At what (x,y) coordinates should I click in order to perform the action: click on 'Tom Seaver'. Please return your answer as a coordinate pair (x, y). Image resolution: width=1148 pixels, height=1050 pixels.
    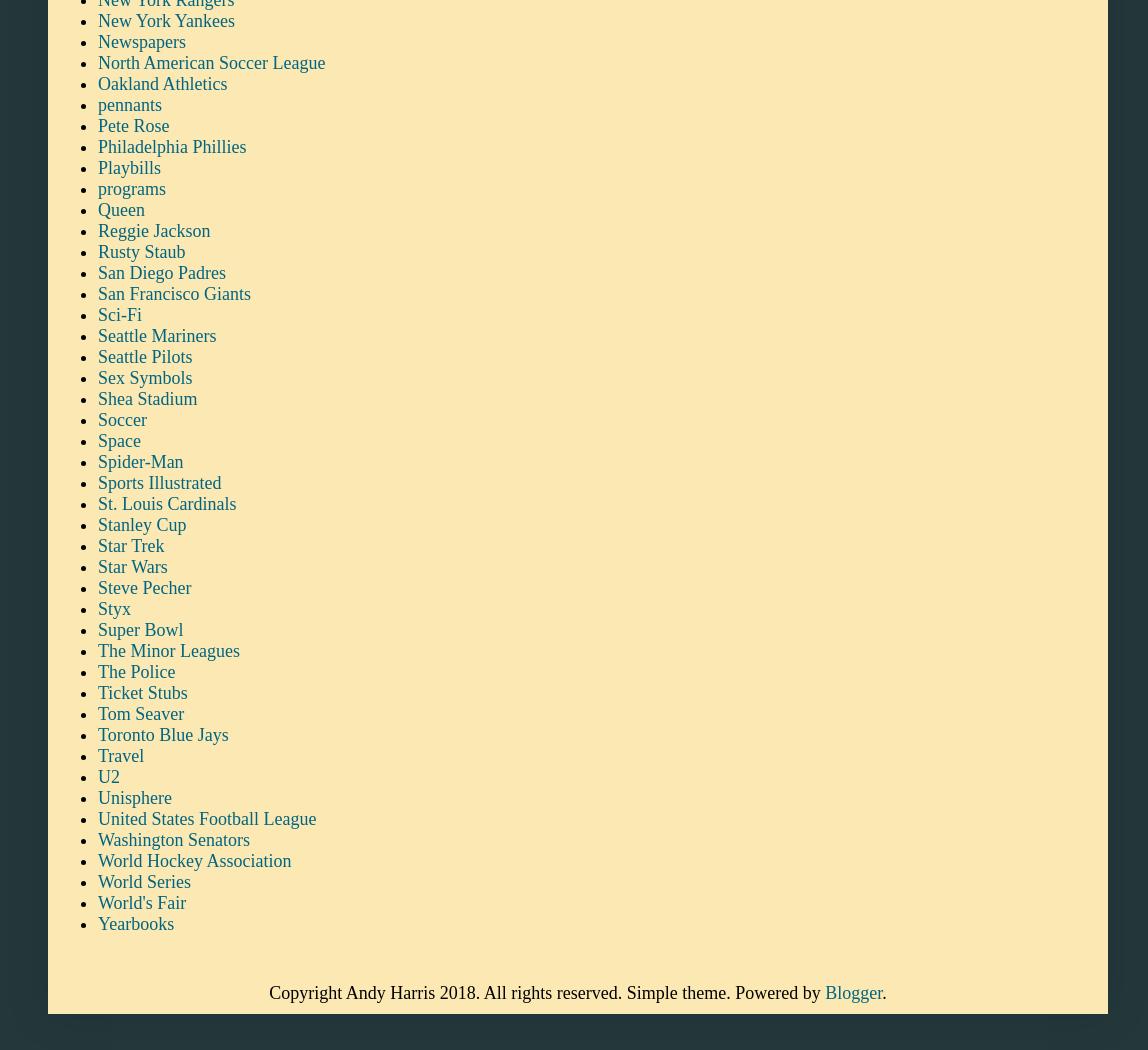
    Looking at the image, I should click on (140, 712).